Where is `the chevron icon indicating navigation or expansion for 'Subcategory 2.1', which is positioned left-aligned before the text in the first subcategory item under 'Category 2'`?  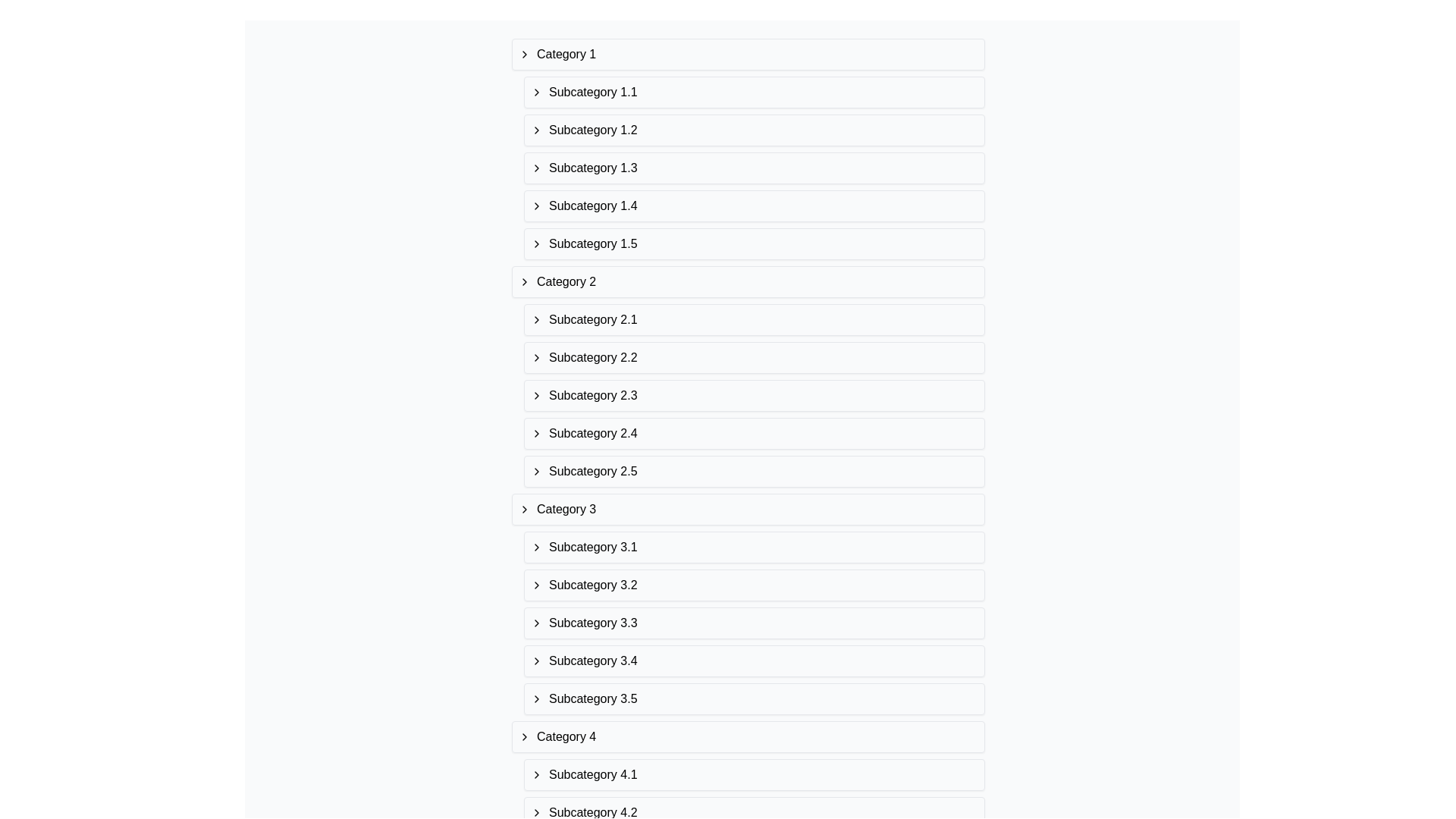
the chevron icon indicating navigation or expansion for 'Subcategory 2.1', which is positioned left-aligned before the text in the first subcategory item under 'Category 2' is located at coordinates (537, 318).